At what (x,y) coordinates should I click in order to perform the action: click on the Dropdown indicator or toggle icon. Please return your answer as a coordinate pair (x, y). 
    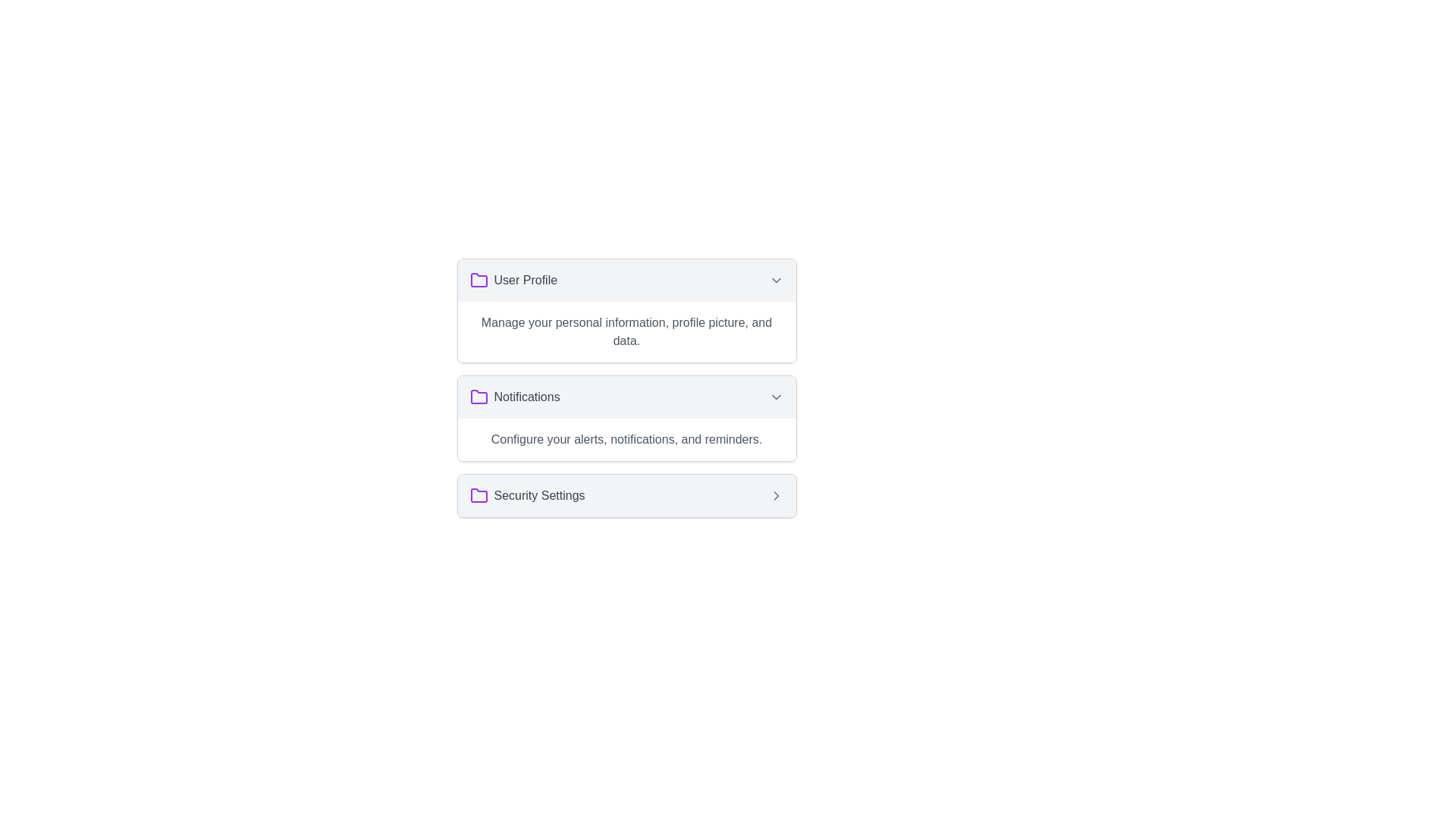
    Looking at the image, I should click on (776, 397).